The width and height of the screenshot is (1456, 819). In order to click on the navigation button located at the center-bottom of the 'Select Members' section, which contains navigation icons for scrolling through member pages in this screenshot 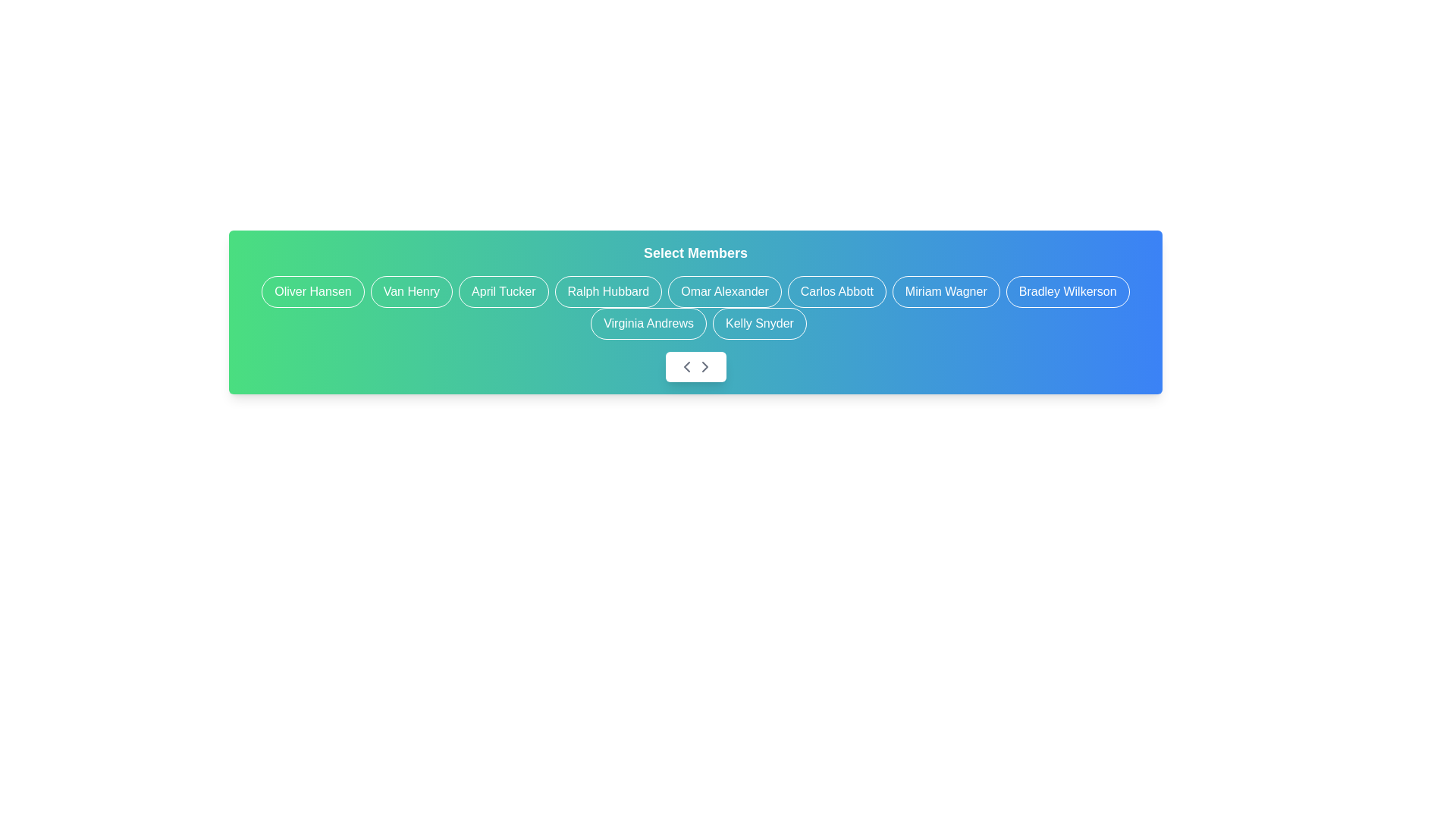, I will do `click(695, 366)`.